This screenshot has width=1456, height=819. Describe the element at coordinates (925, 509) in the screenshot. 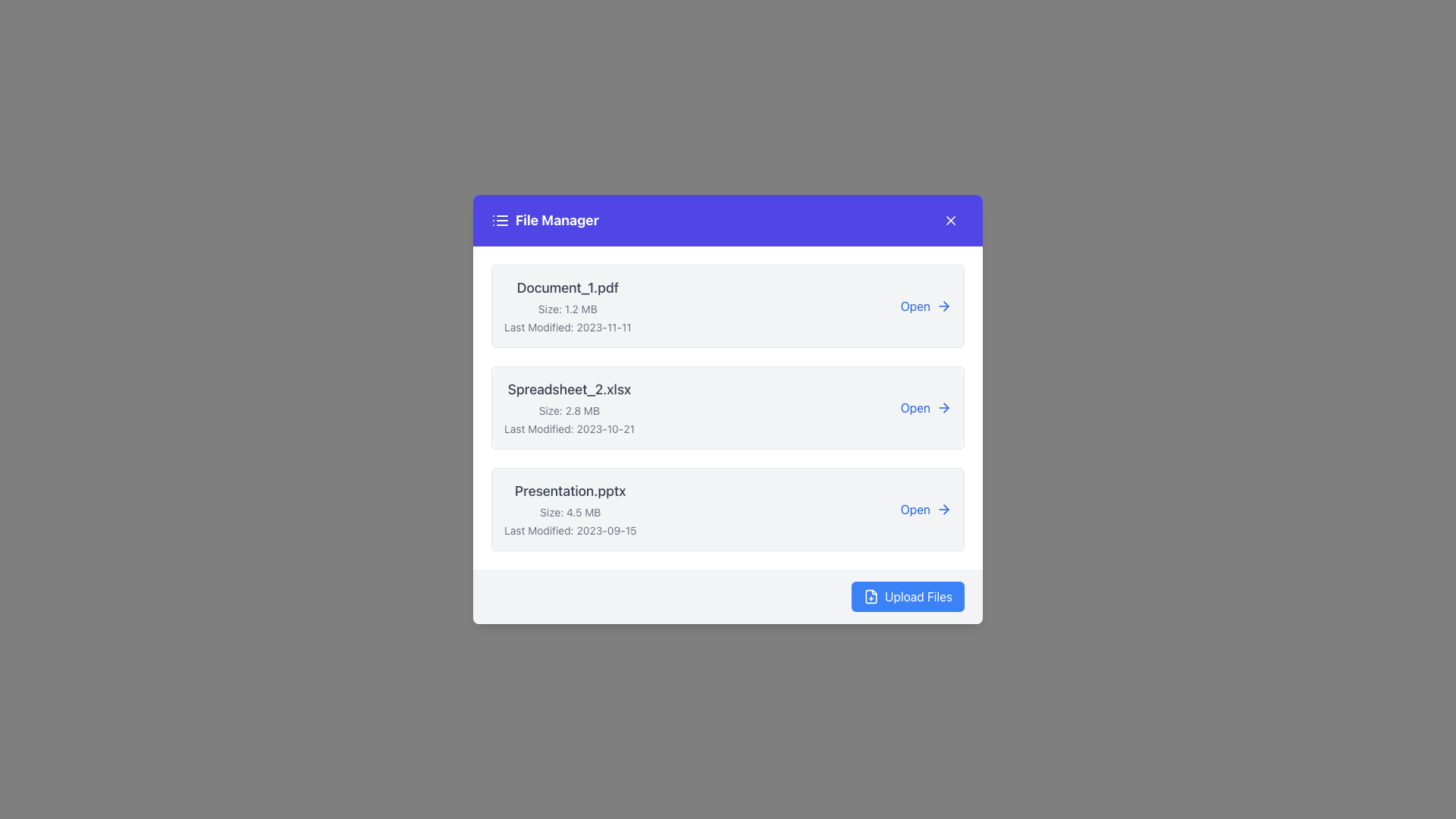

I see `the interactive text link with an icon for the file 'Presentation.pptx', which is the third 'Open' link from the top in the file entry list` at that location.